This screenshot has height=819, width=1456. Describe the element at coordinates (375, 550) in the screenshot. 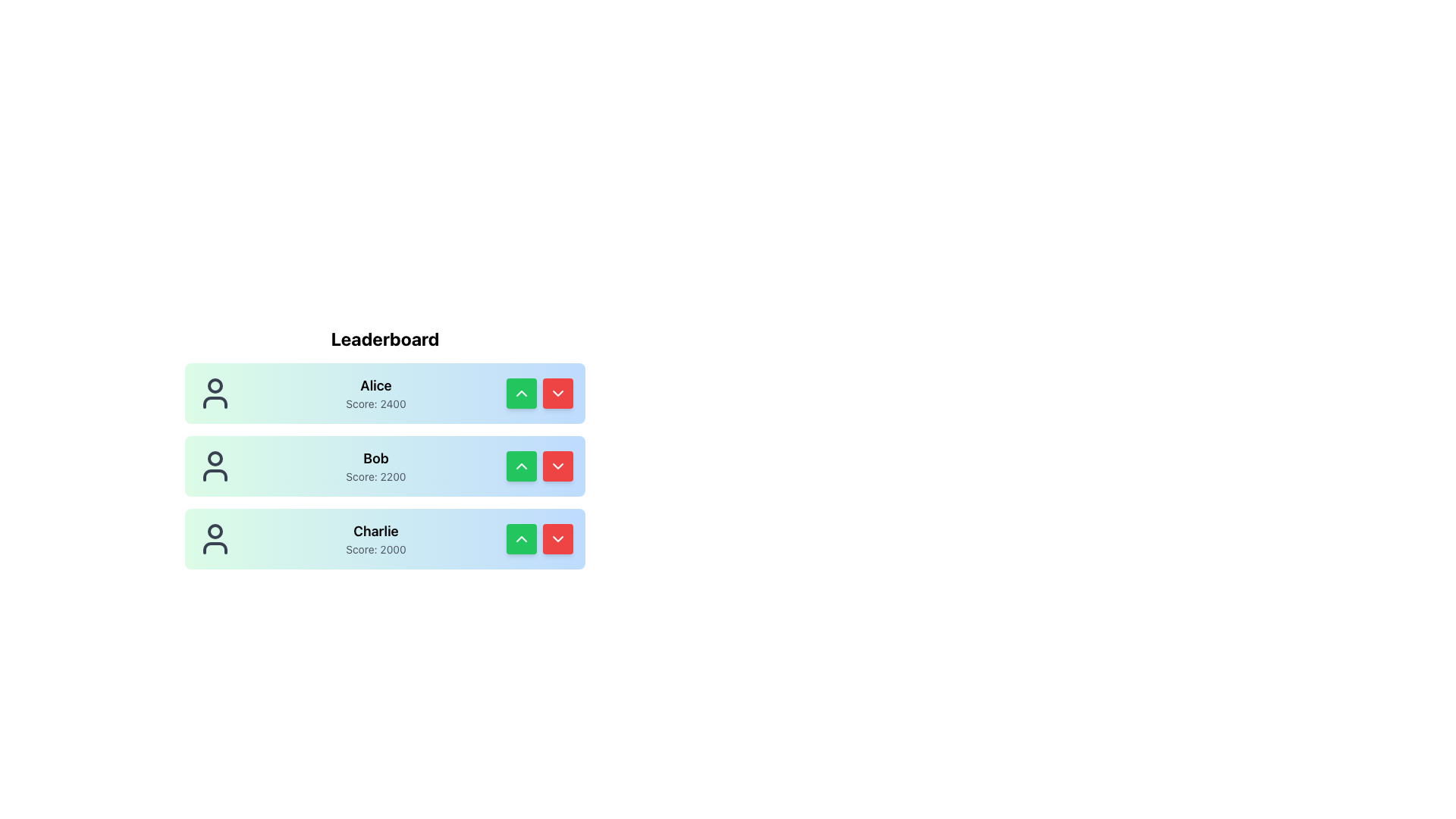

I see `text content of the score label for 'Charlie' in the leaderboard, which is located beneath the name 'Charlie' and aligned to the left-hand side` at that location.